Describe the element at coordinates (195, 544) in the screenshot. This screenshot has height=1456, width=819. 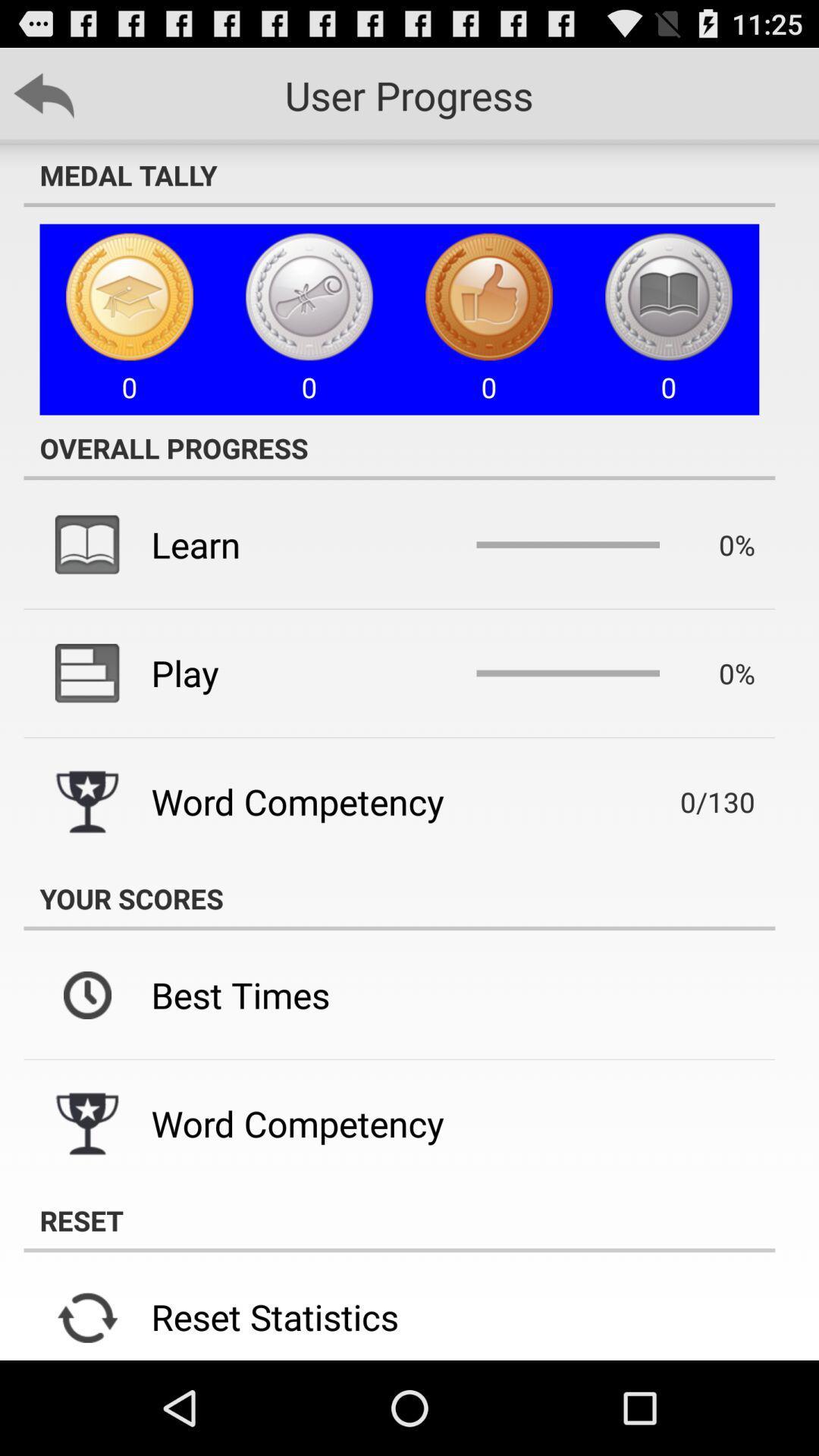
I see `learn icon` at that location.